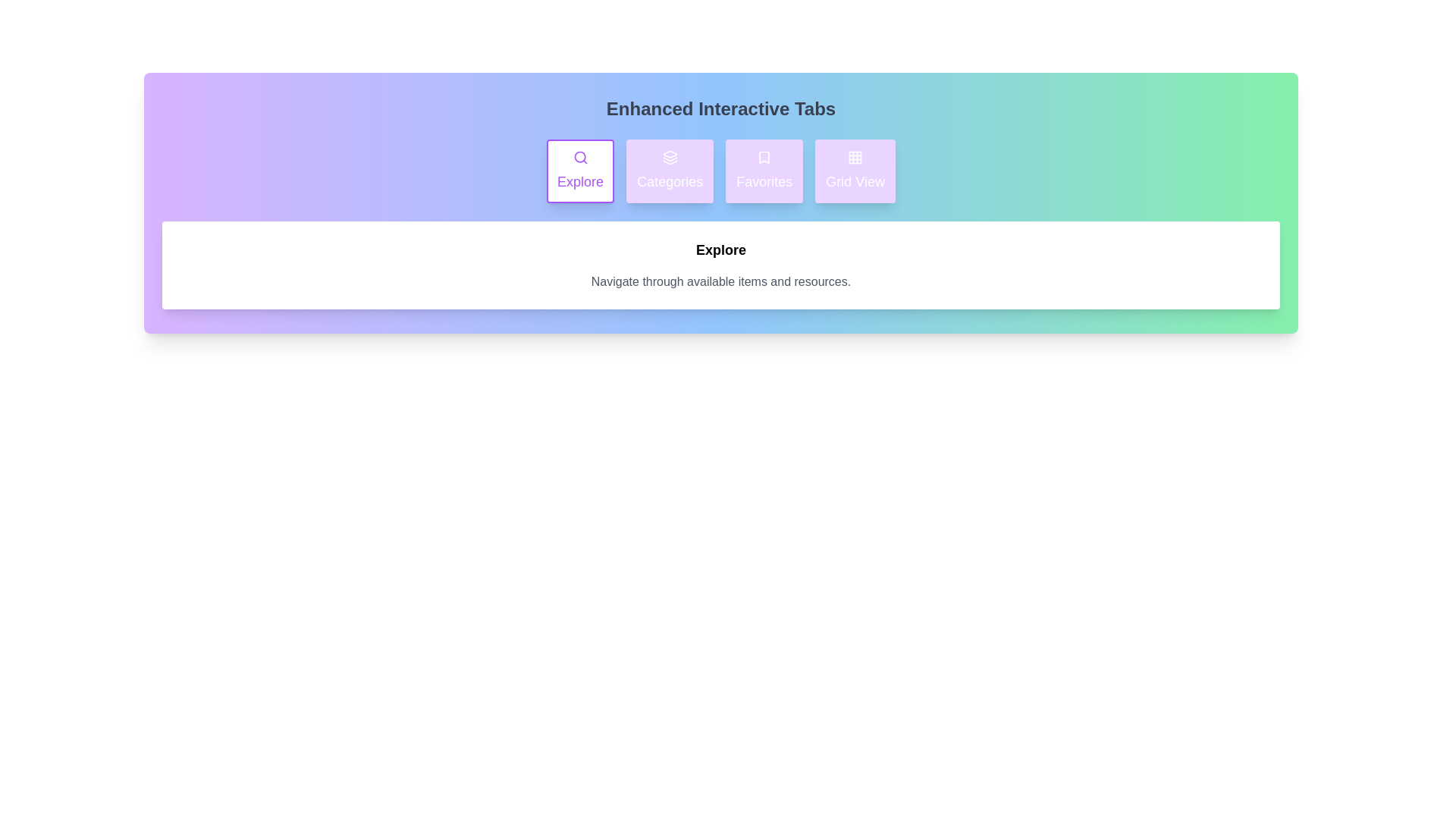  I want to click on the 'Grid View' tab to activate it, so click(855, 171).